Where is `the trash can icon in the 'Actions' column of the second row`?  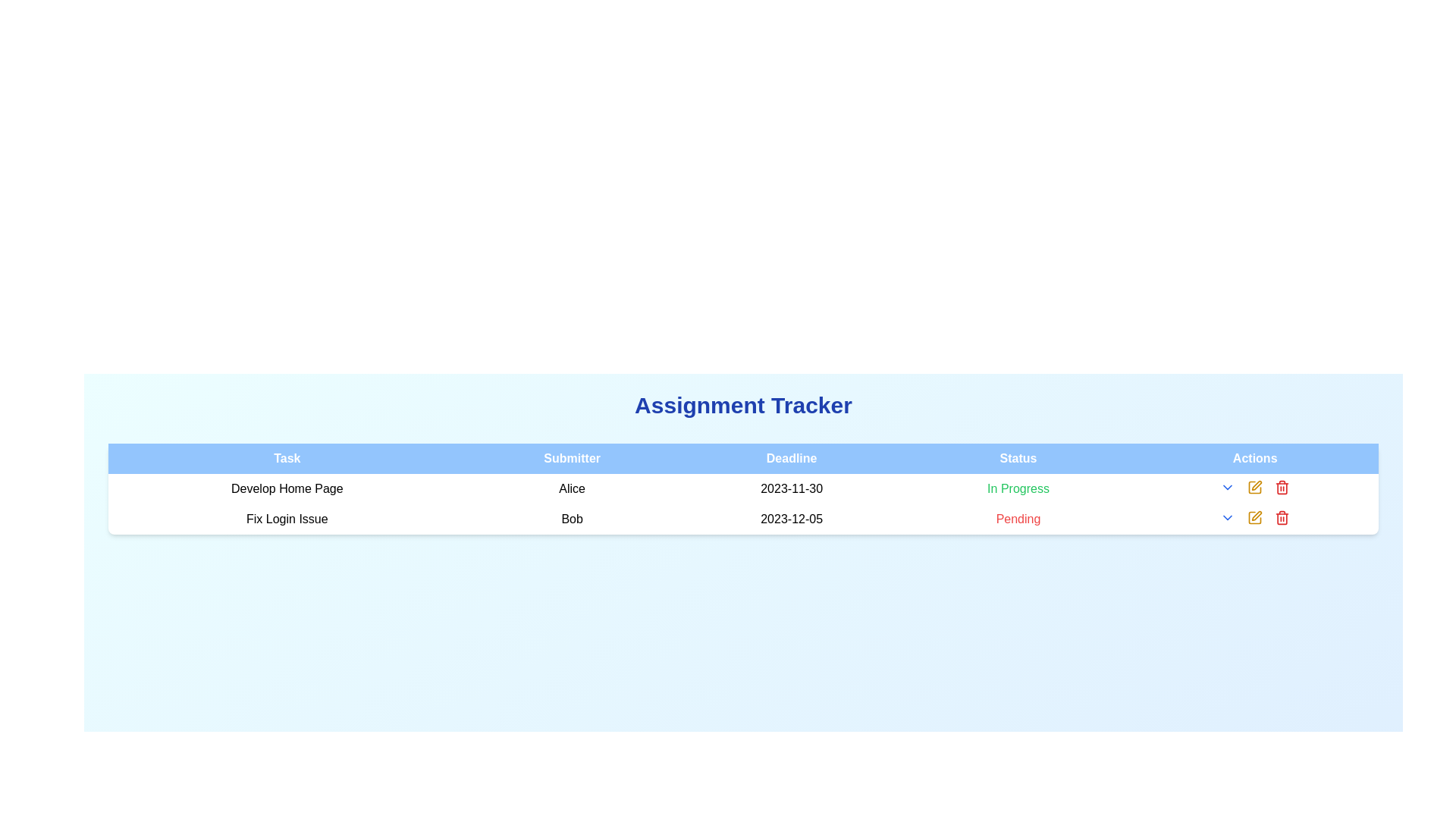 the trash can icon in the 'Actions' column of the second row is located at coordinates (1282, 488).